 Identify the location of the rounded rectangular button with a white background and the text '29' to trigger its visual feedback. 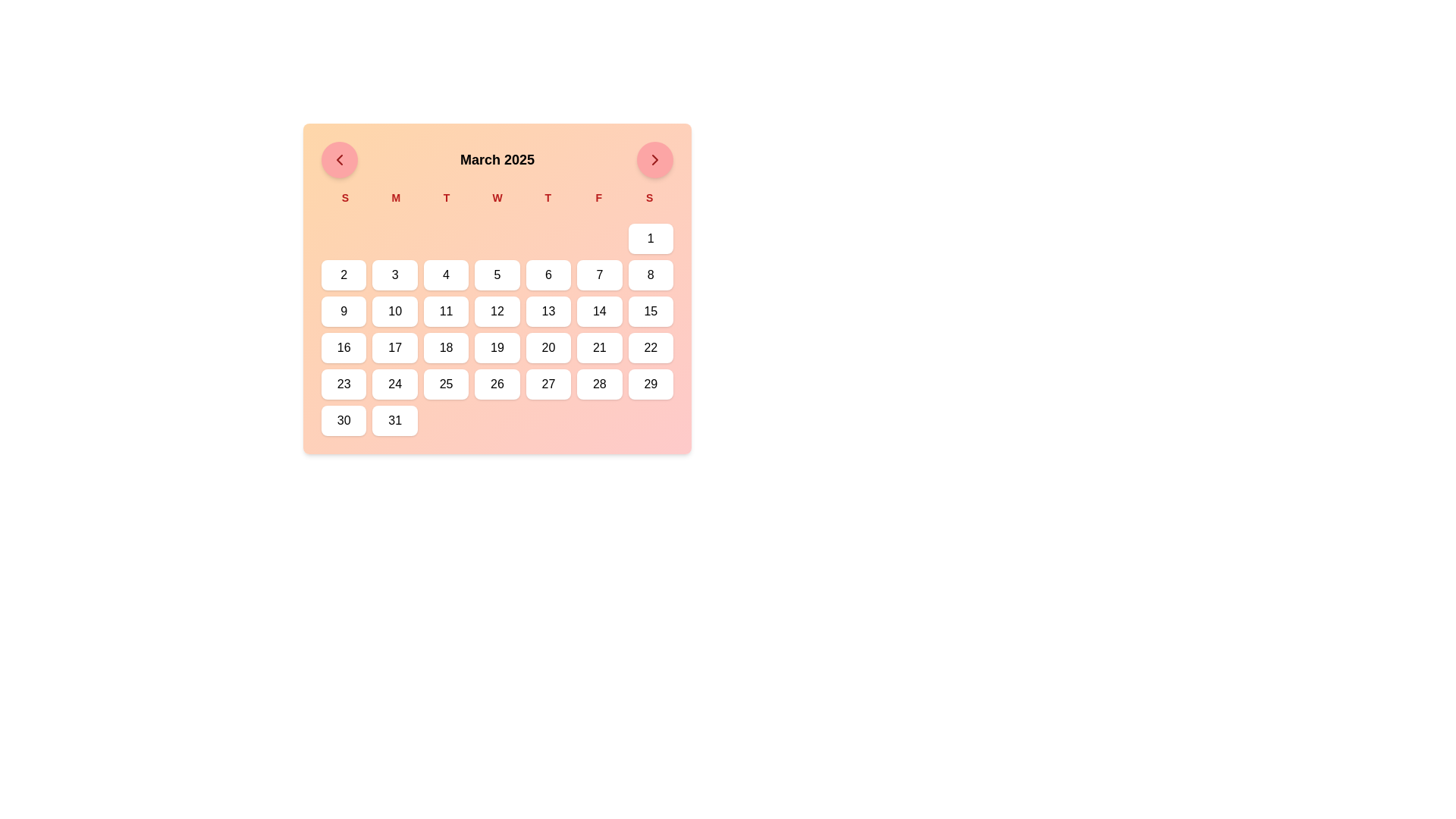
(651, 383).